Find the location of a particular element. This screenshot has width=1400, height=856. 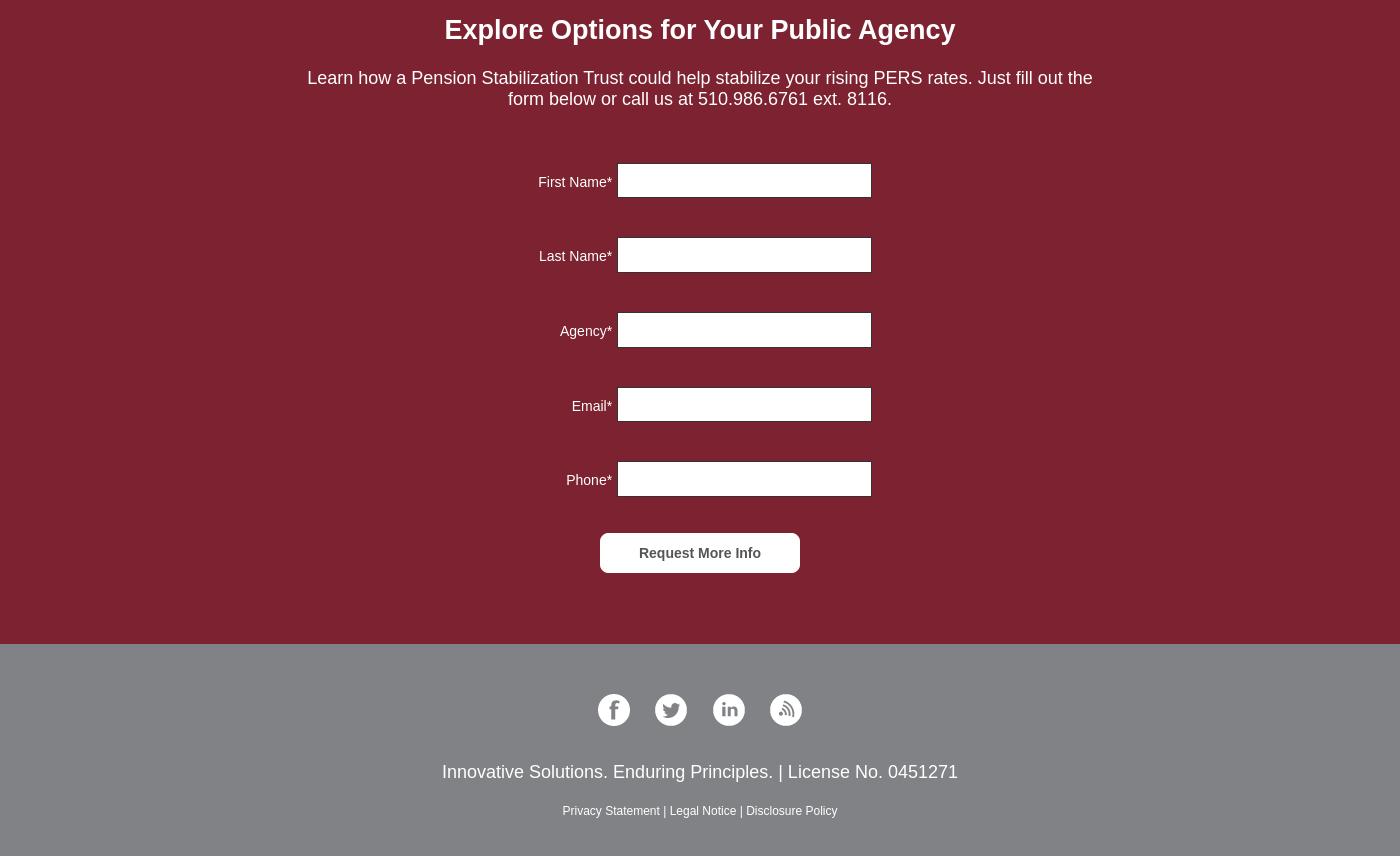

'Last Name' is located at coordinates (538, 255).